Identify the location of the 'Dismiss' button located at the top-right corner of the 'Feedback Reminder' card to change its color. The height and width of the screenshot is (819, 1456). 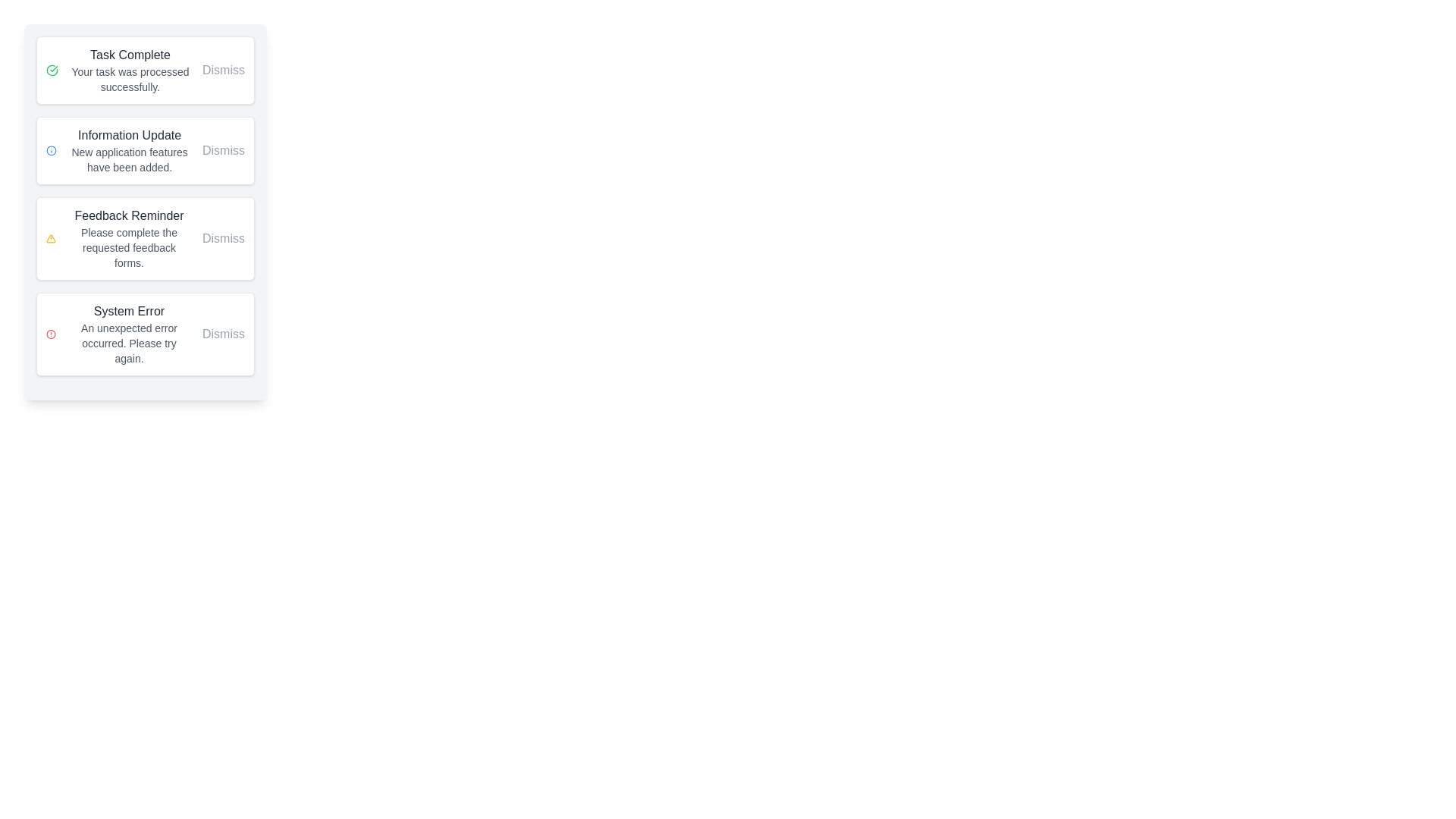
(222, 239).